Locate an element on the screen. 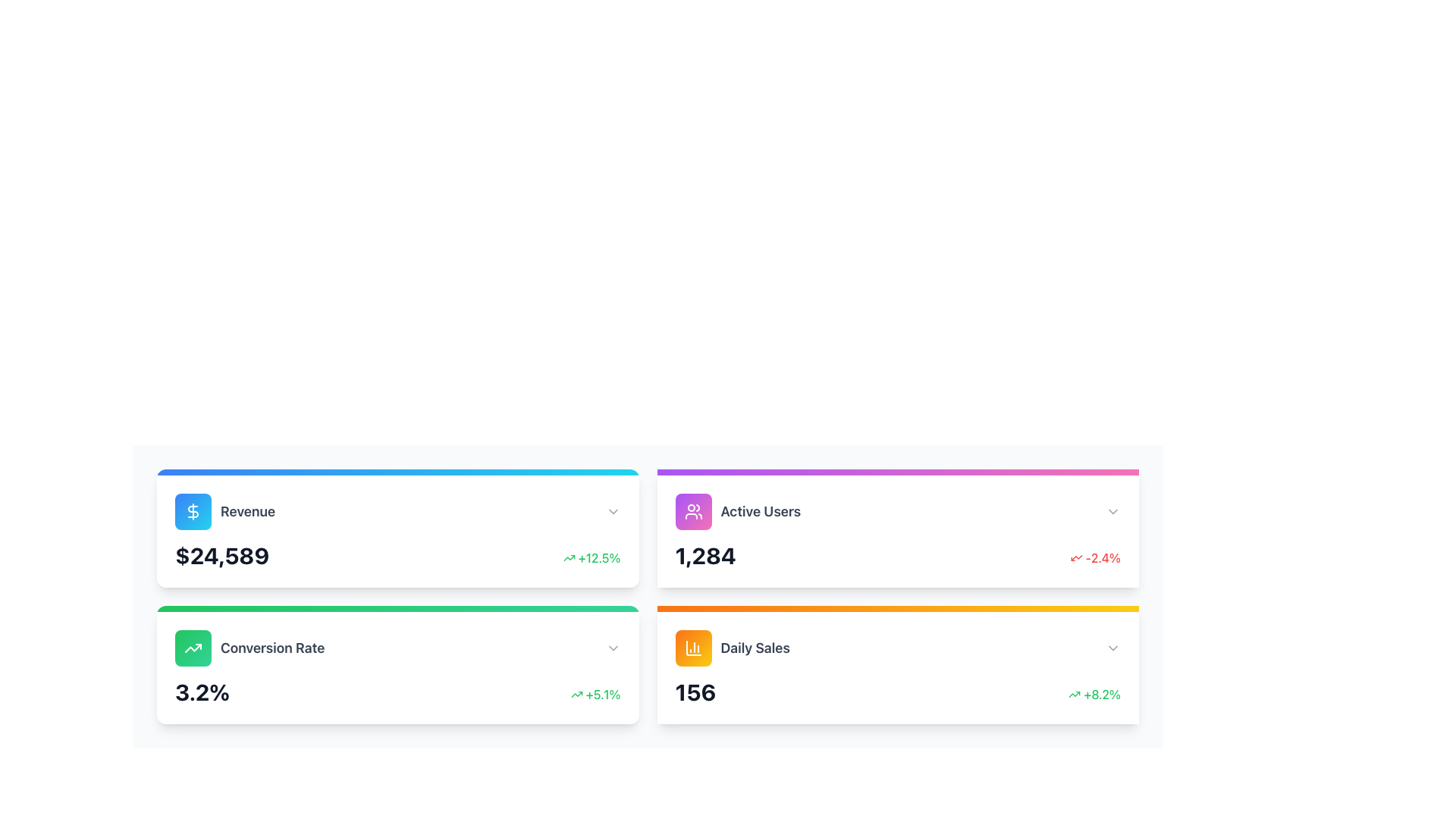  the decorative icon associated with the 'Daily Sales' card located in the bottom-right corner of the interface is located at coordinates (692, 648).